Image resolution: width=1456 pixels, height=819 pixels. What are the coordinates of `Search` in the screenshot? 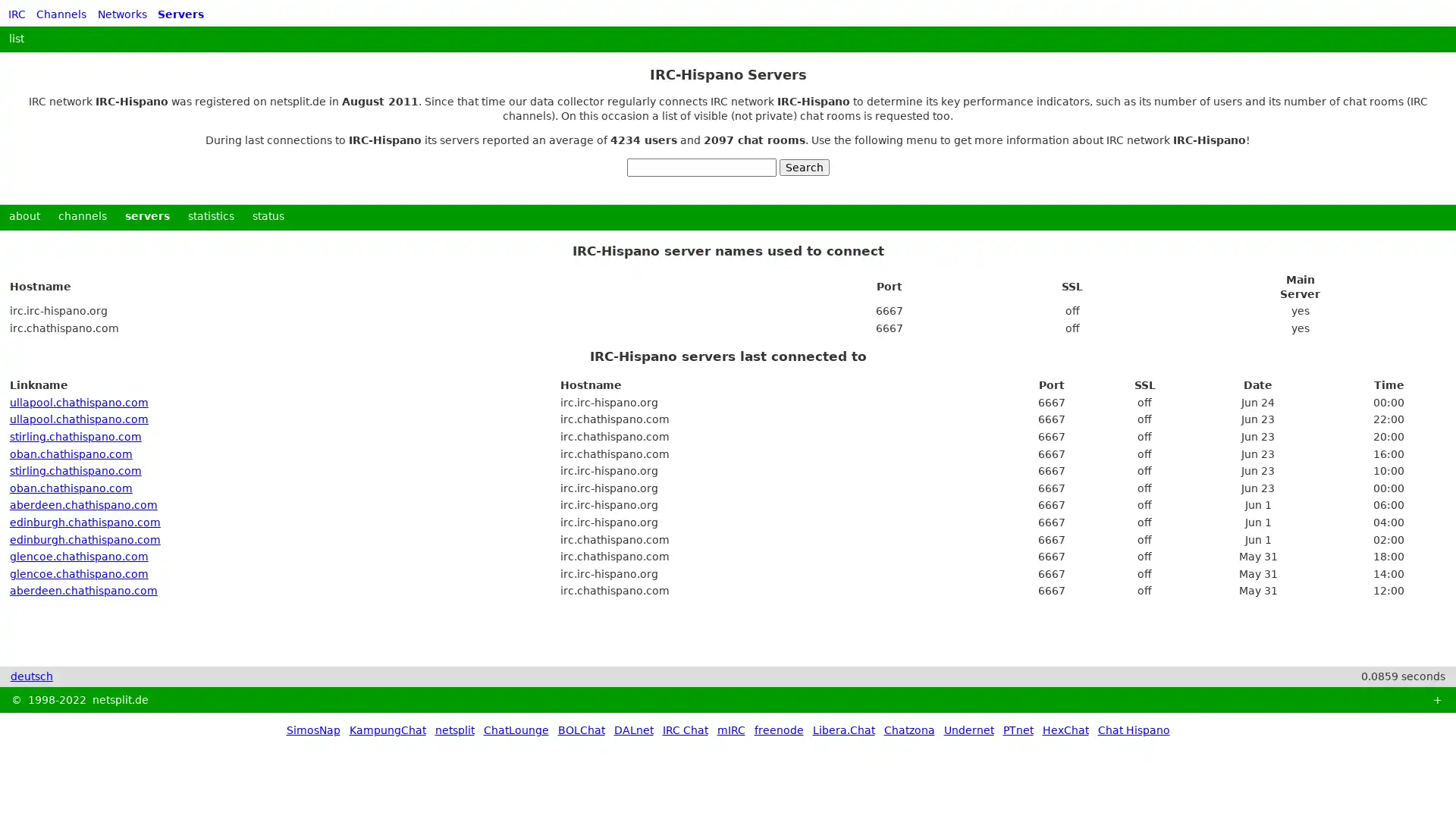 It's located at (803, 166).